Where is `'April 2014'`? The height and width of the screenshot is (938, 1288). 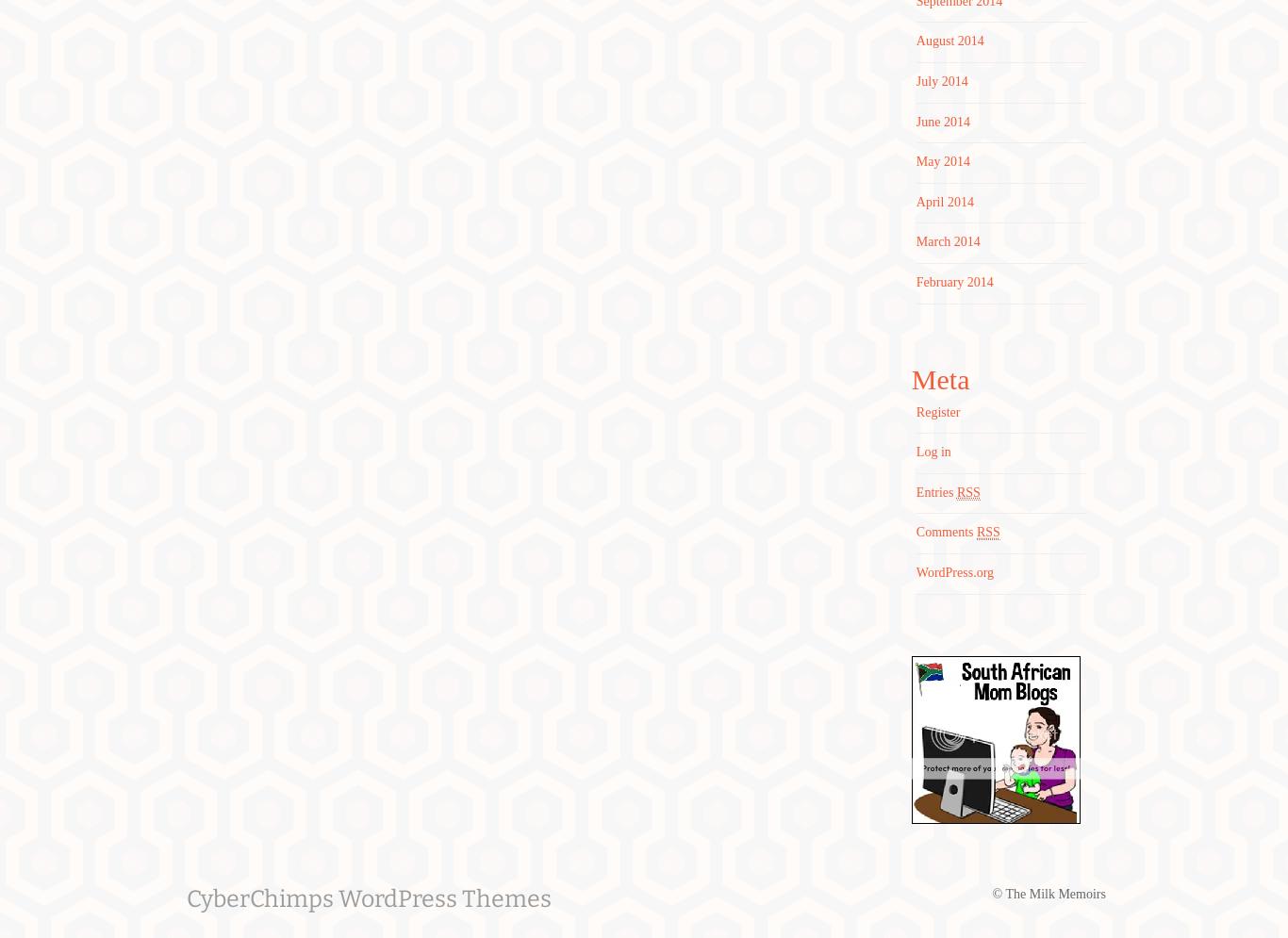 'April 2014' is located at coordinates (915, 200).